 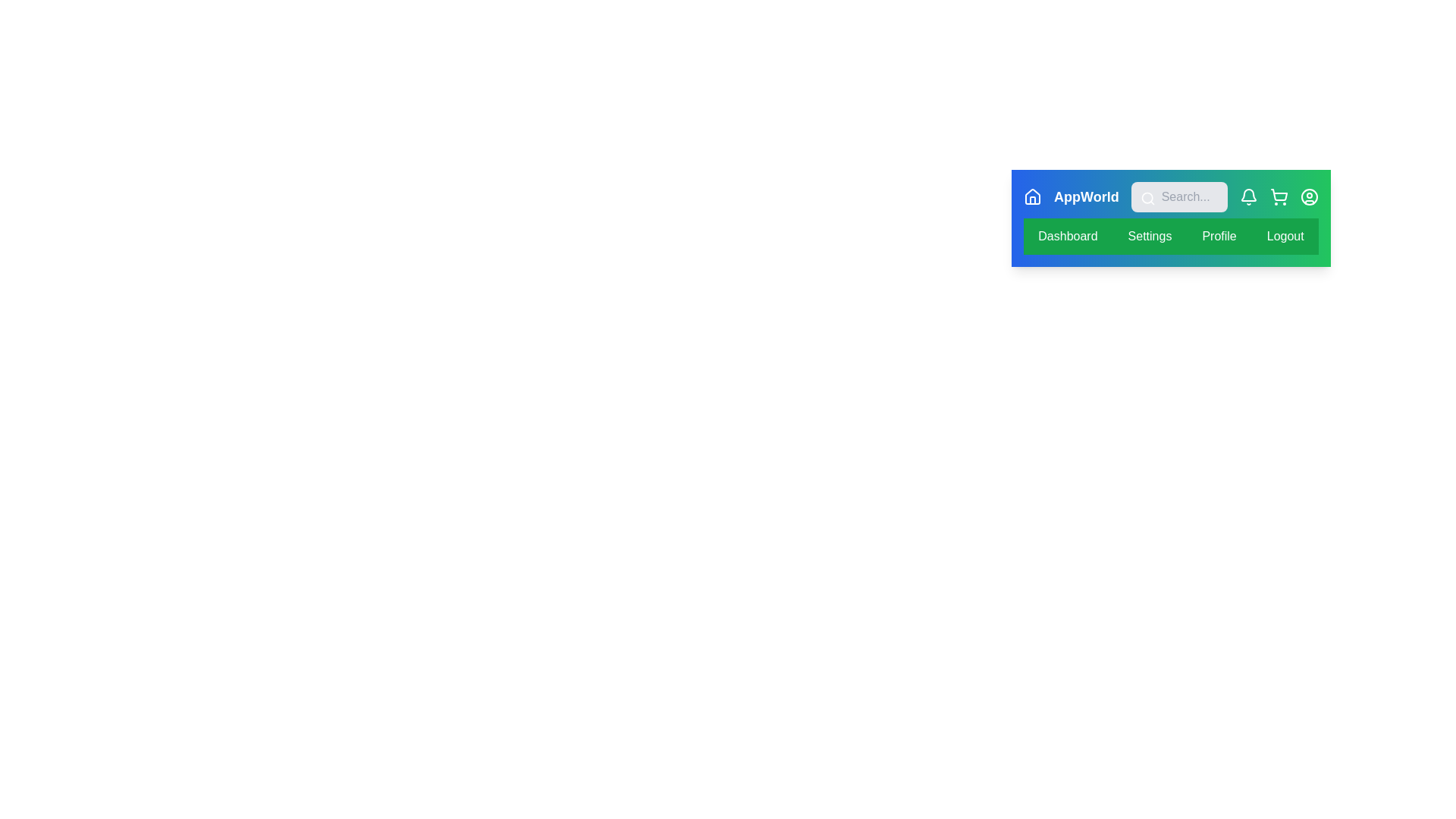 What do you see at coordinates (1285, 237) in the screenshot?
I see `the navigation item Logout to navigate to the corresponding section` at bounding box center [1285, 237].